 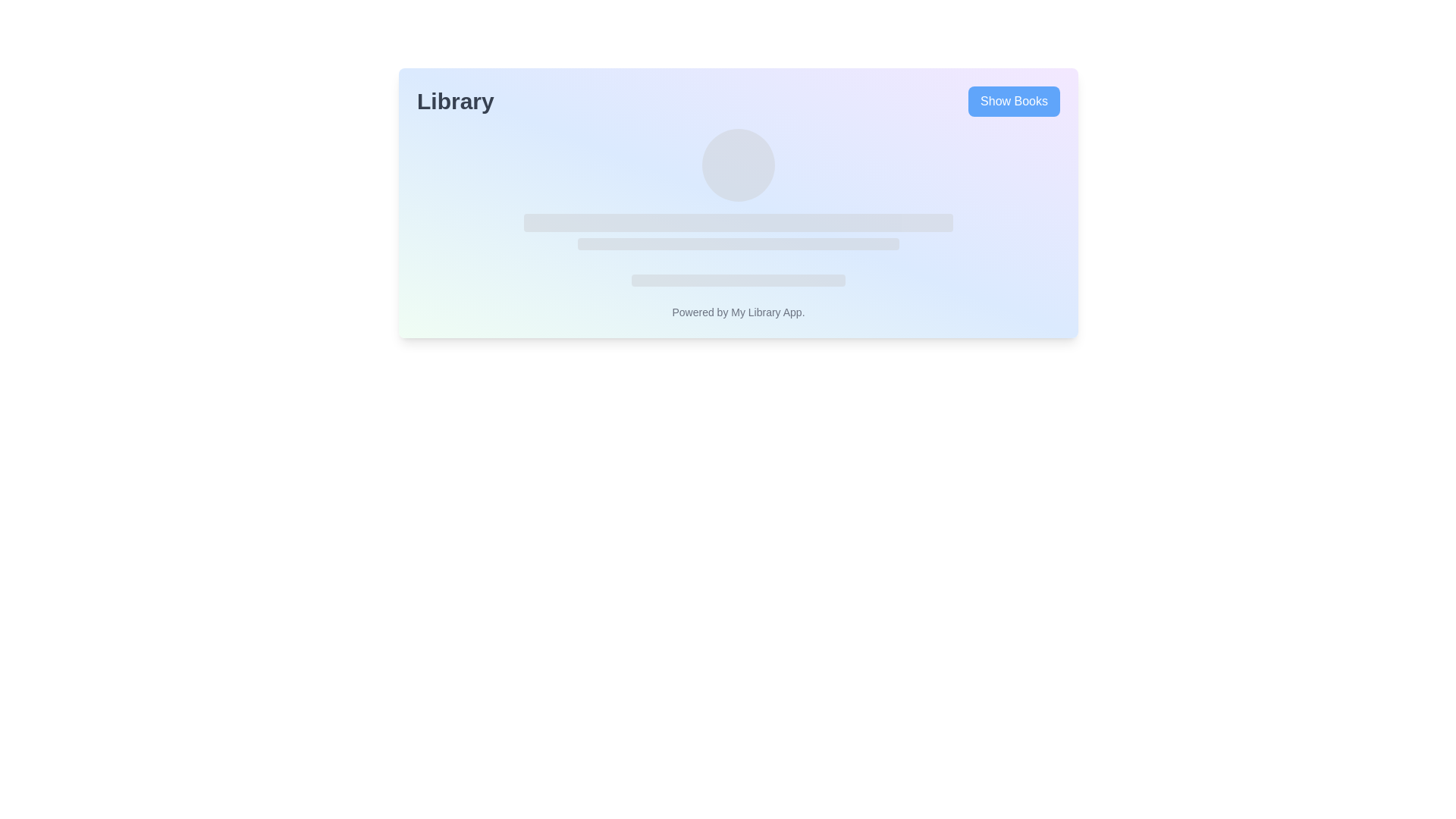 I want to click on the Placeholder bar, which is a medium-width horizontal bar with rounded edges and a light gray color, located in the middle section of the interface, below a circular placeholder and above a smaller horizontal placeholder bar, so click(x=739, y=243).